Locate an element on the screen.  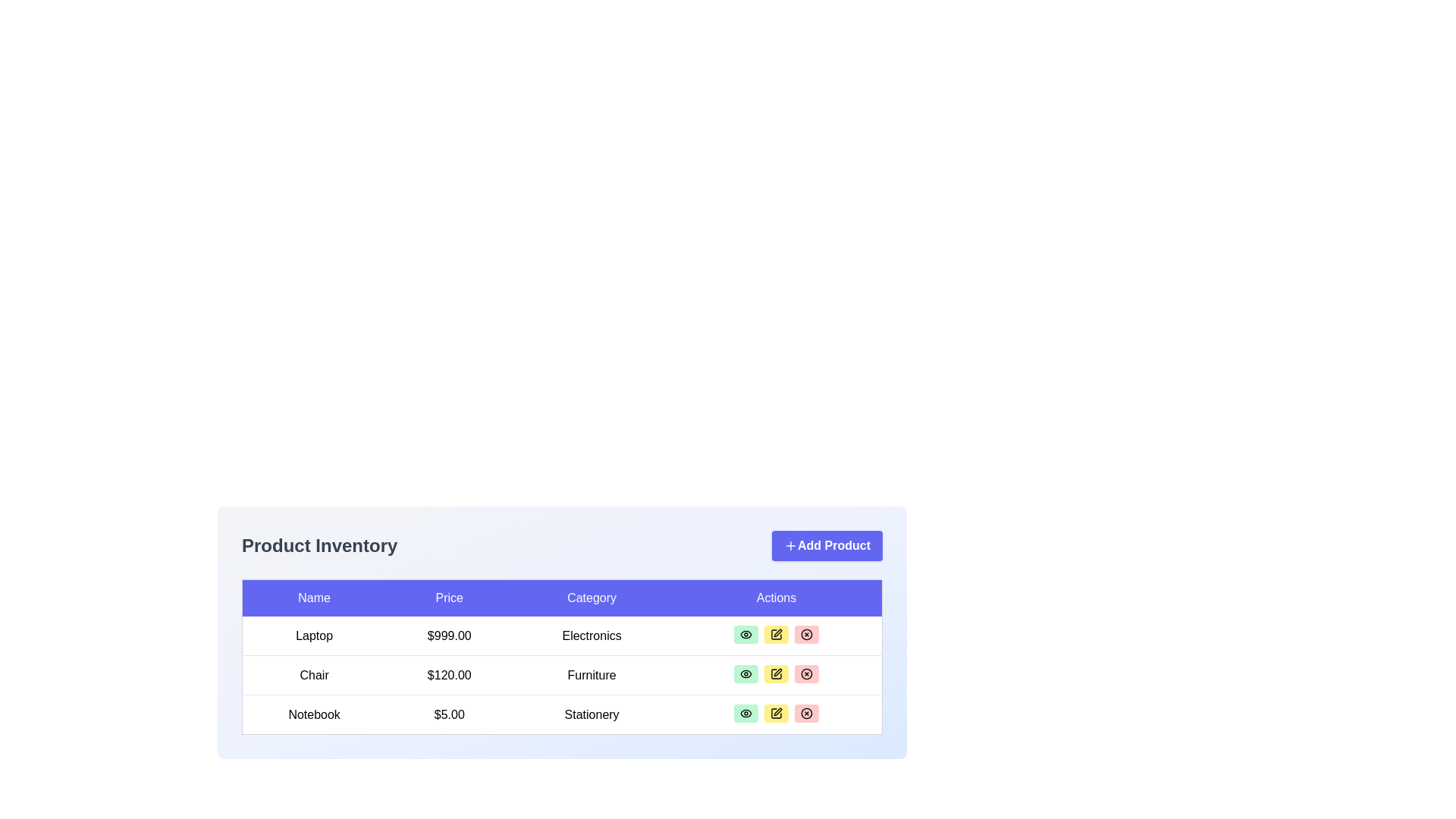
the 'Add Product' button, which is an indigo rectangular button with white text and a plus icon, positioned to the right of the 'Product Inventory' label is located at coordinates (826, 546).